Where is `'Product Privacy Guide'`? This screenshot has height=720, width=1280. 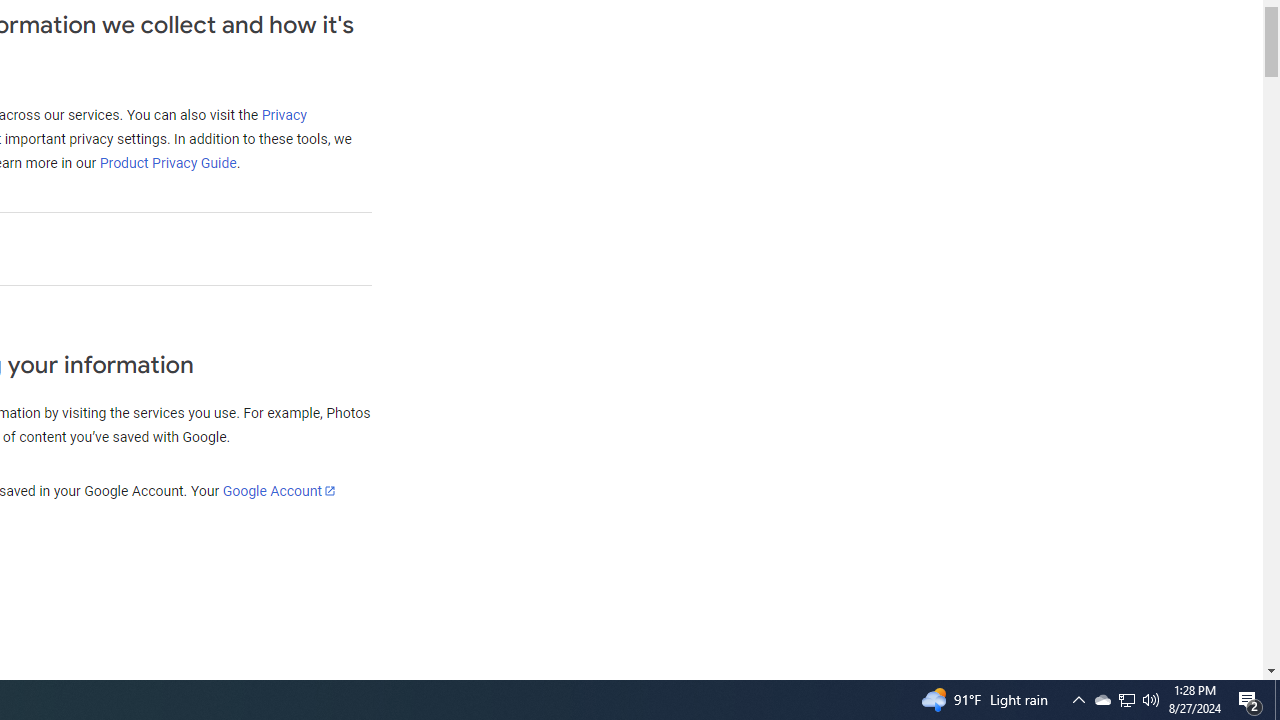
'Product Privacy Guide' is located at coordinates (167, 162).